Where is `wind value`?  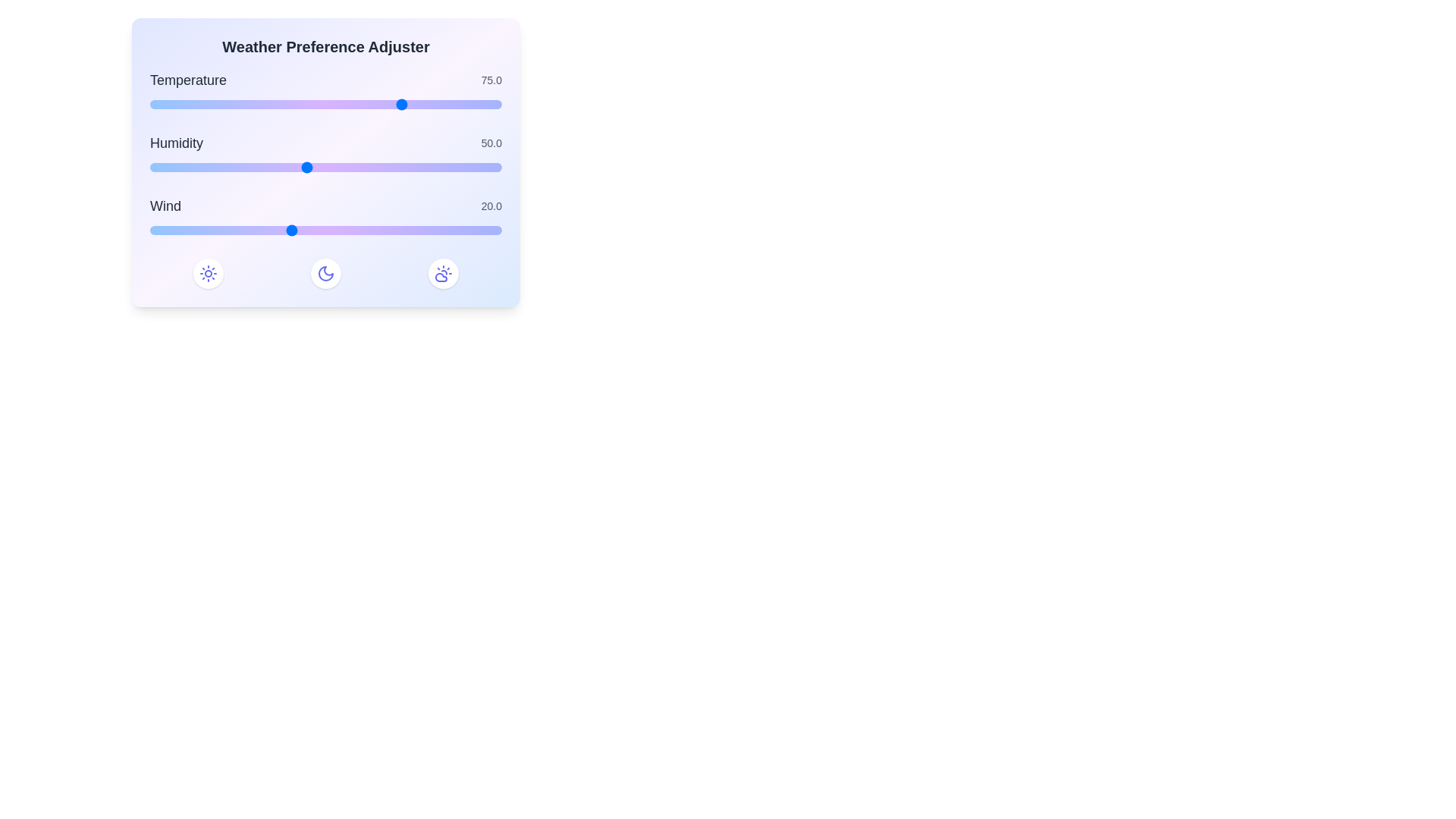 wind value is located at coordinates (248, 231).